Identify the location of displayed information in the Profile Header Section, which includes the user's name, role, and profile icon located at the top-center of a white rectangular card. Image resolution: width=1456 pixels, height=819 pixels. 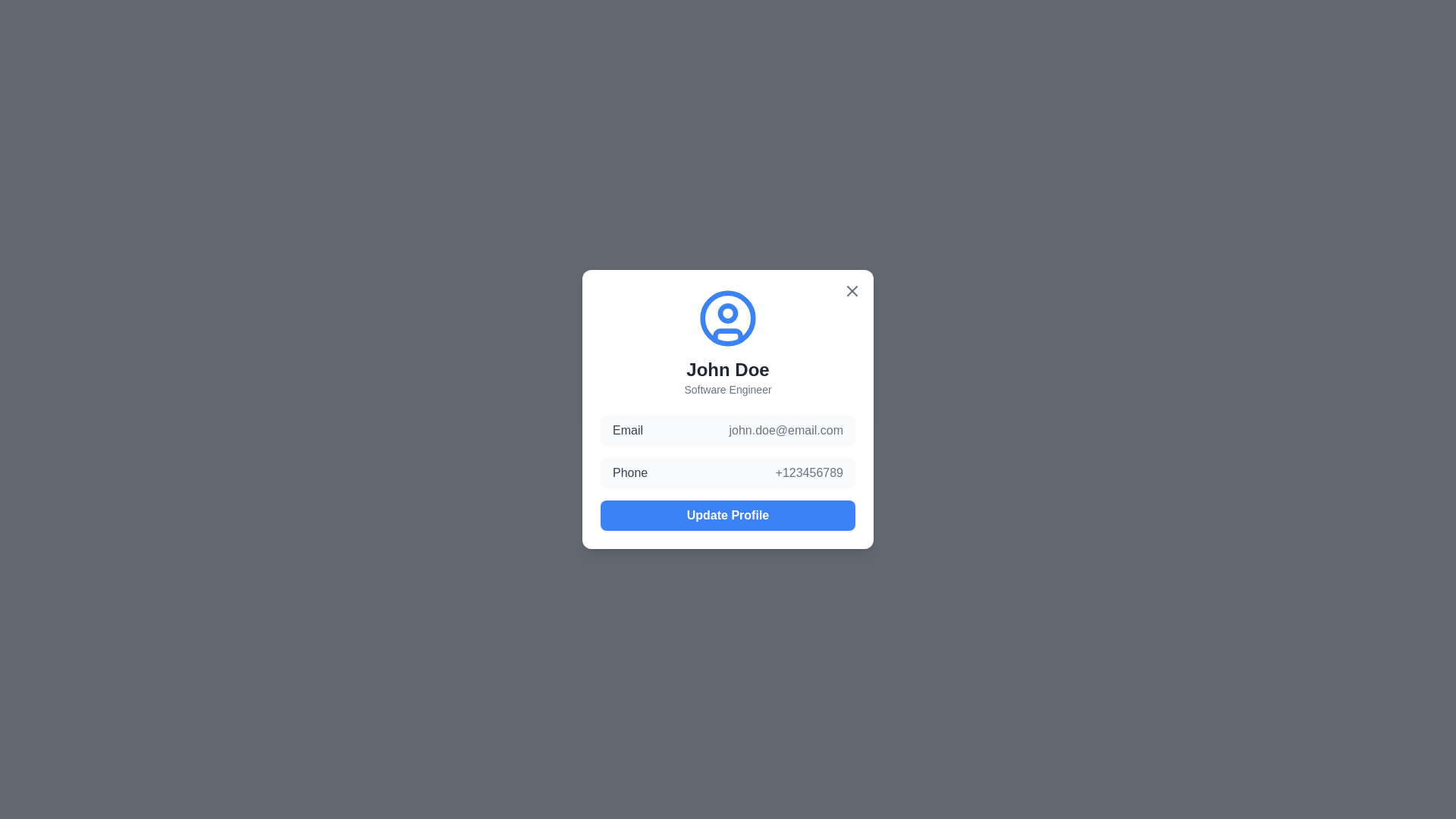
(728, 342).